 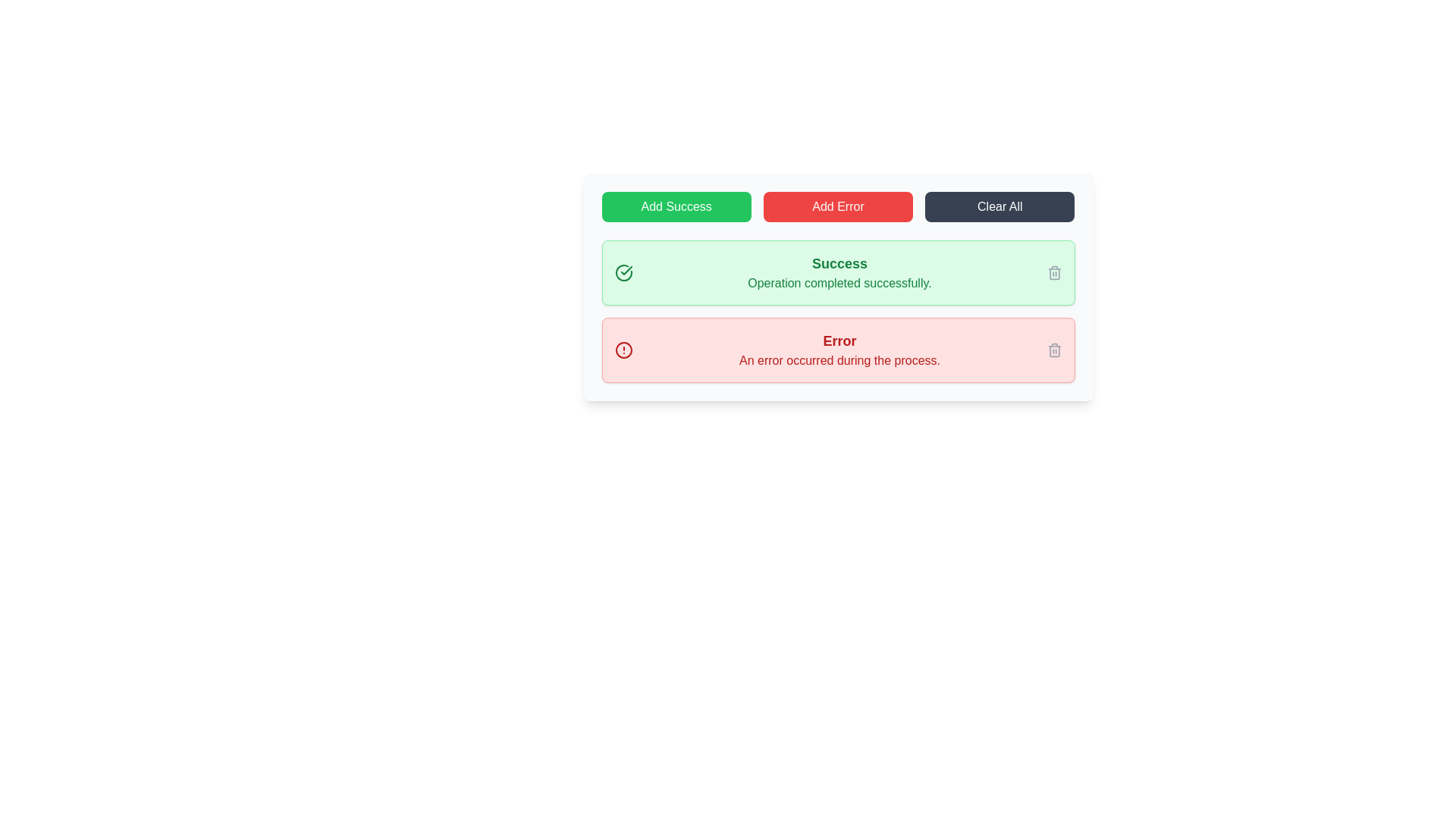 What do you see at coordinates (837, 207) in the screenshot?
I see `the red rectangular button labeled 'Add Error'` at bounding box center [837, 207].